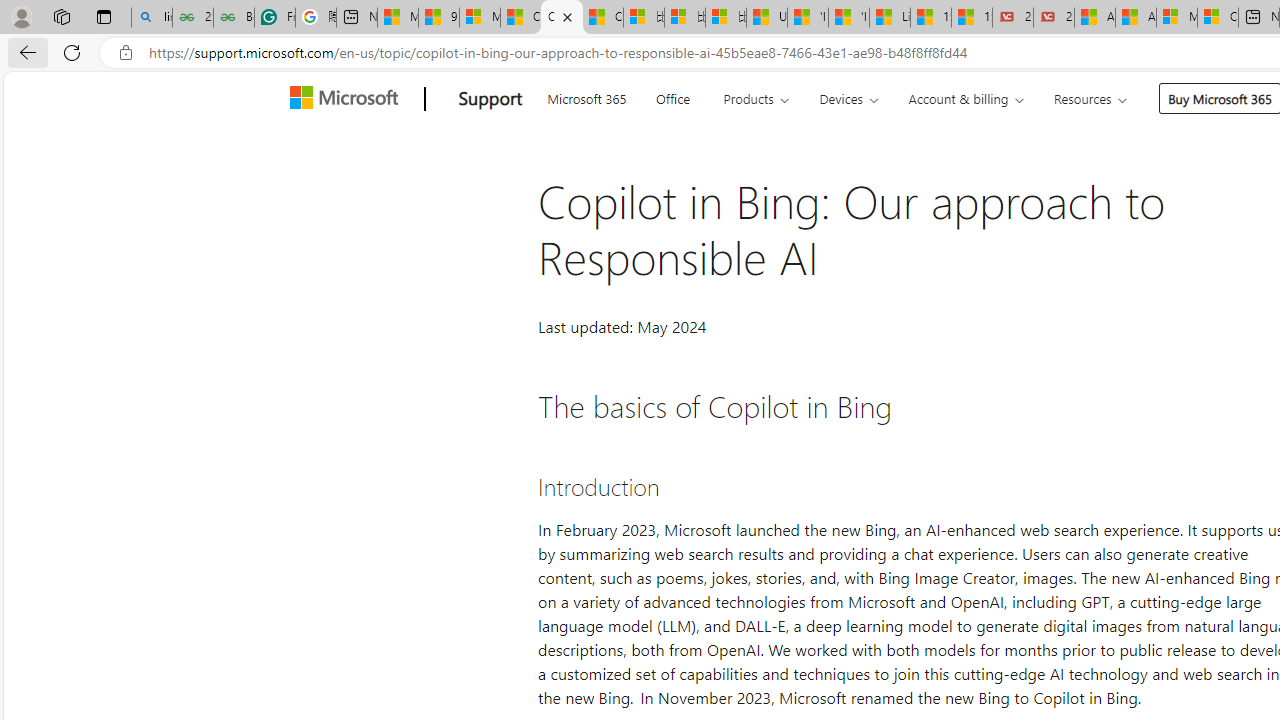 This screenshot has width=1280, height=720. What do you see at coordinates (274, 17) in the screenshot?
I see `'Free AI Writing Assistance for Students | Grammarly'` at bounding box center [274, 17].